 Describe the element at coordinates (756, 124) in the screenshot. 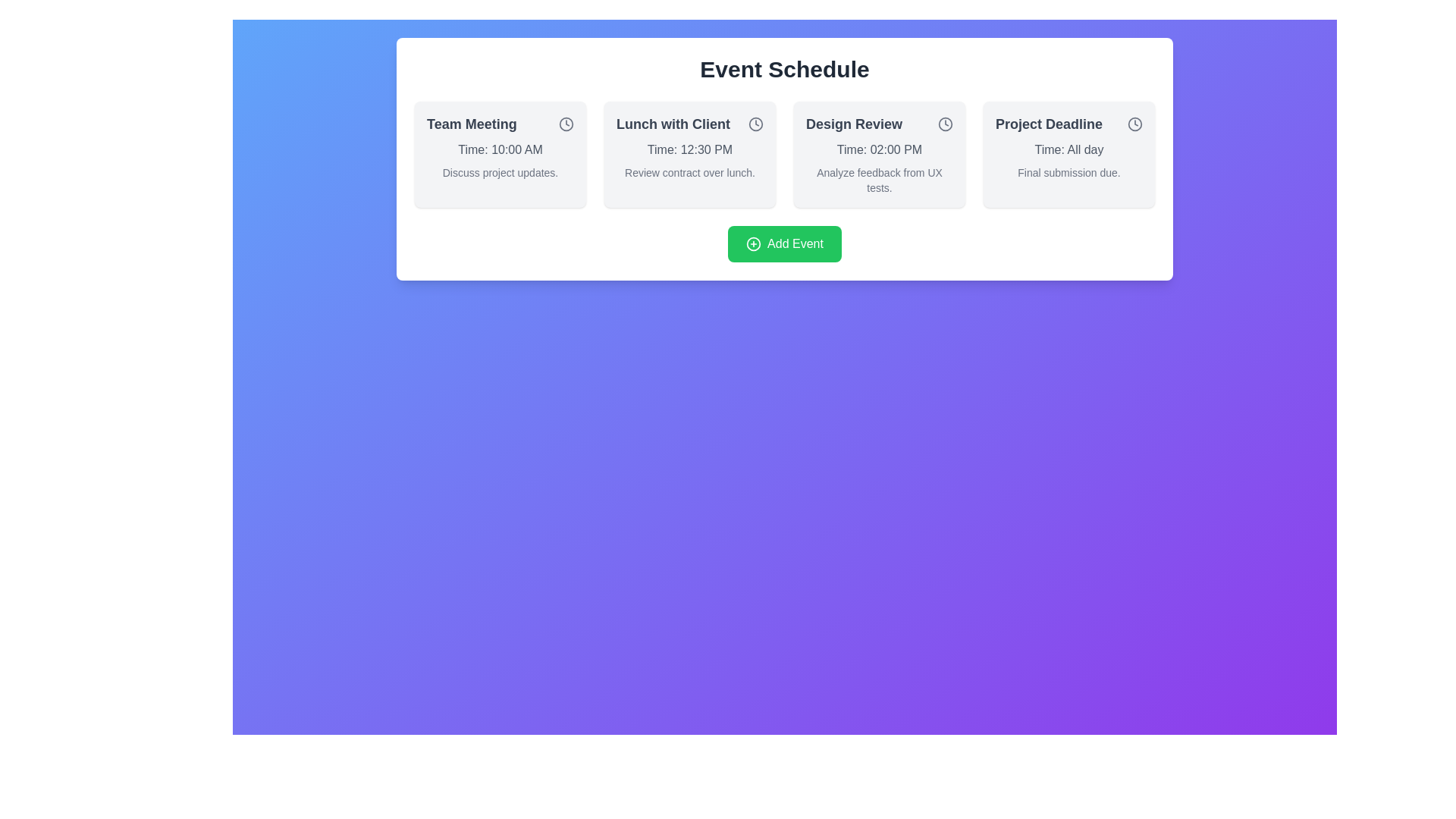

I see `the time-related icon located within the 'Lunch with Client' card, positioned to the right of the title text` at that location.